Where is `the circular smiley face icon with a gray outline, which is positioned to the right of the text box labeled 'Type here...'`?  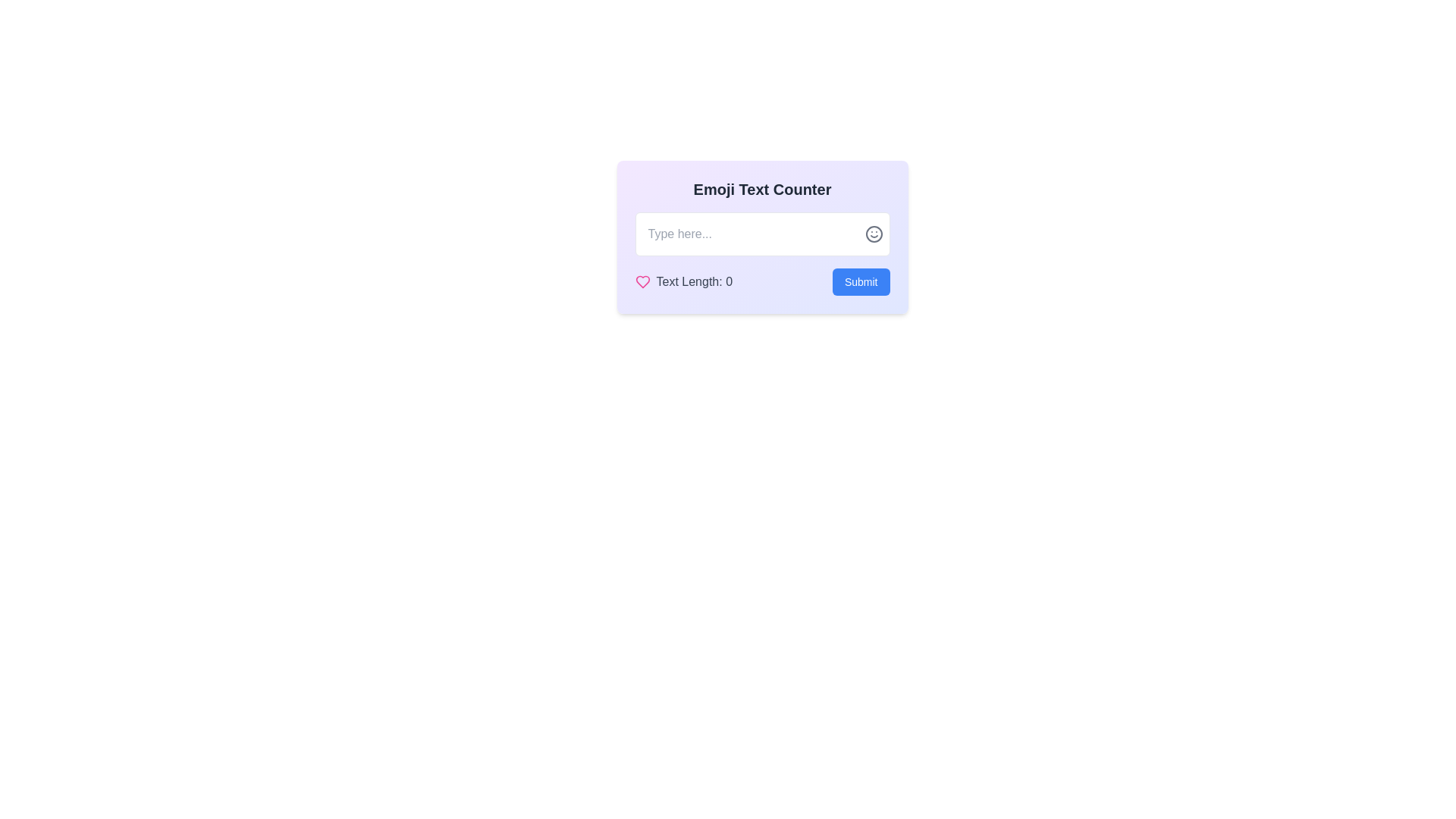
the circular smiley face icon with a gray outline, which is positioned to the right of the text box labeled 'Type here...' is located at coordinates (874, 234).